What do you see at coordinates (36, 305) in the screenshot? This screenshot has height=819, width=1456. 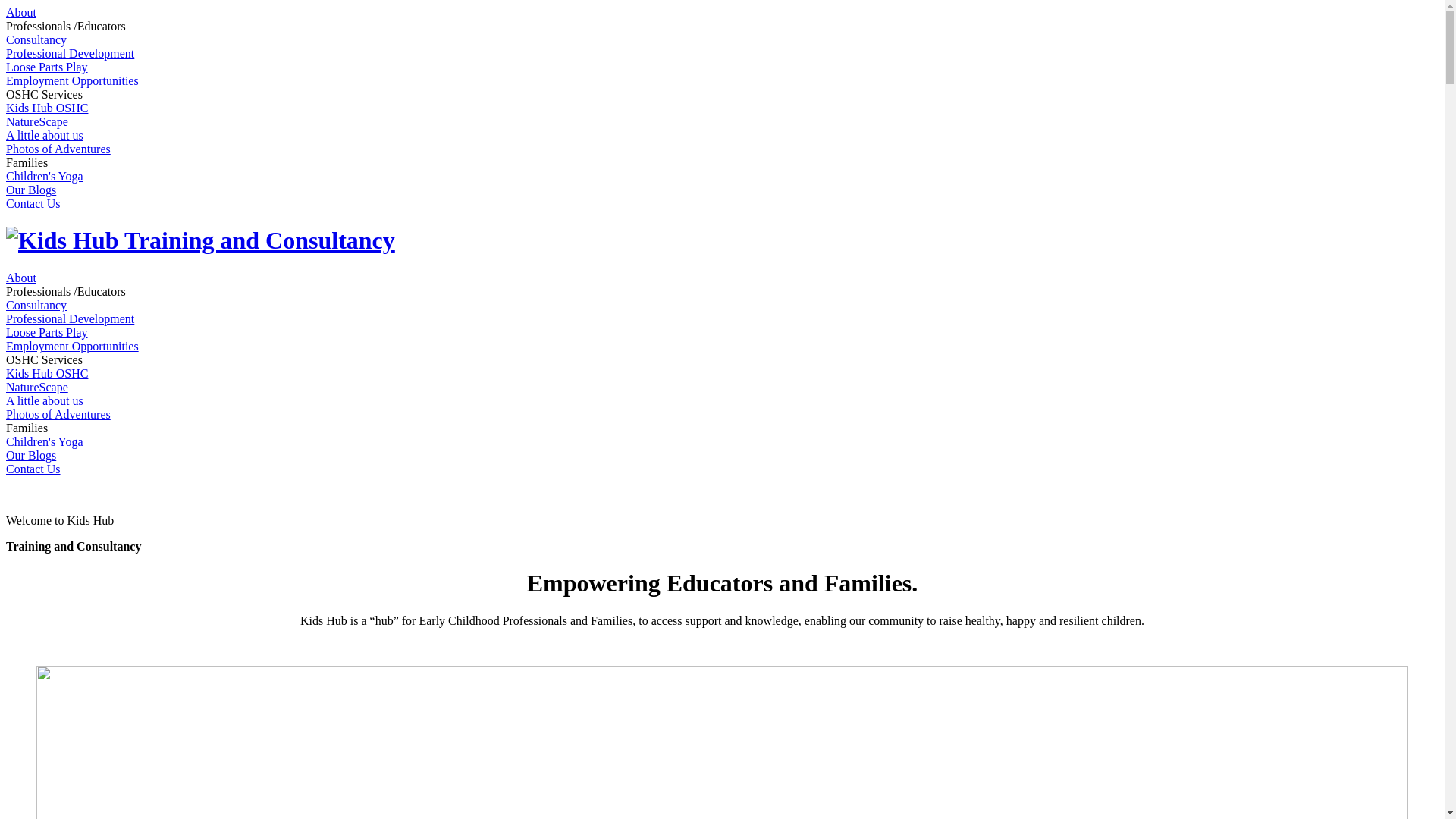 I see `'Consultancy'` at bounding box center [36, 305].